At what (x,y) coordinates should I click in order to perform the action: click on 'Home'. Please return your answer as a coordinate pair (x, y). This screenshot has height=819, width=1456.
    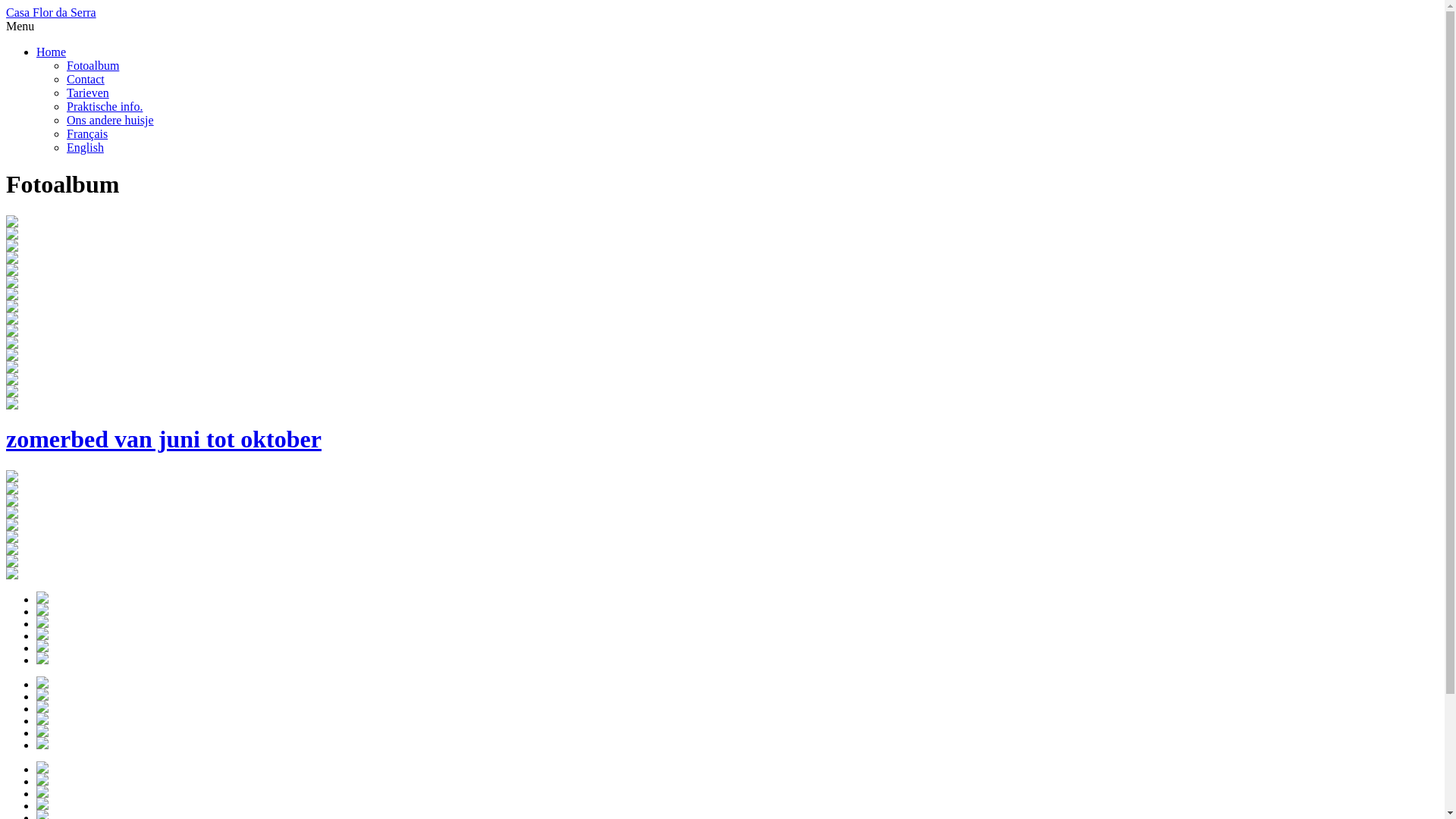
    Looking at the image, I should click on (51, 51).